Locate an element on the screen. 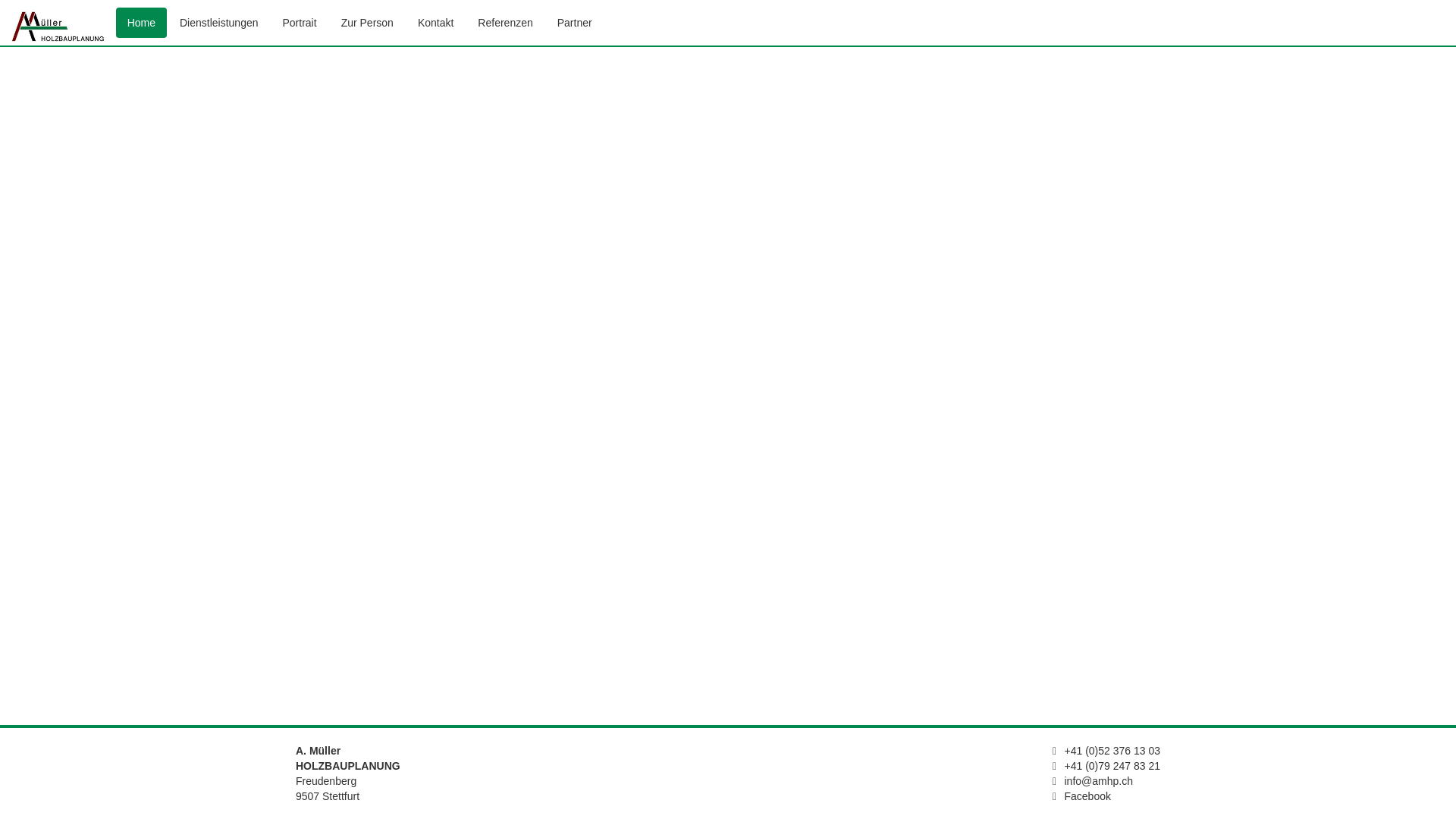 The image size is (1456, 819). 'Dienstleistungen' is located at coordinates (168, 23).